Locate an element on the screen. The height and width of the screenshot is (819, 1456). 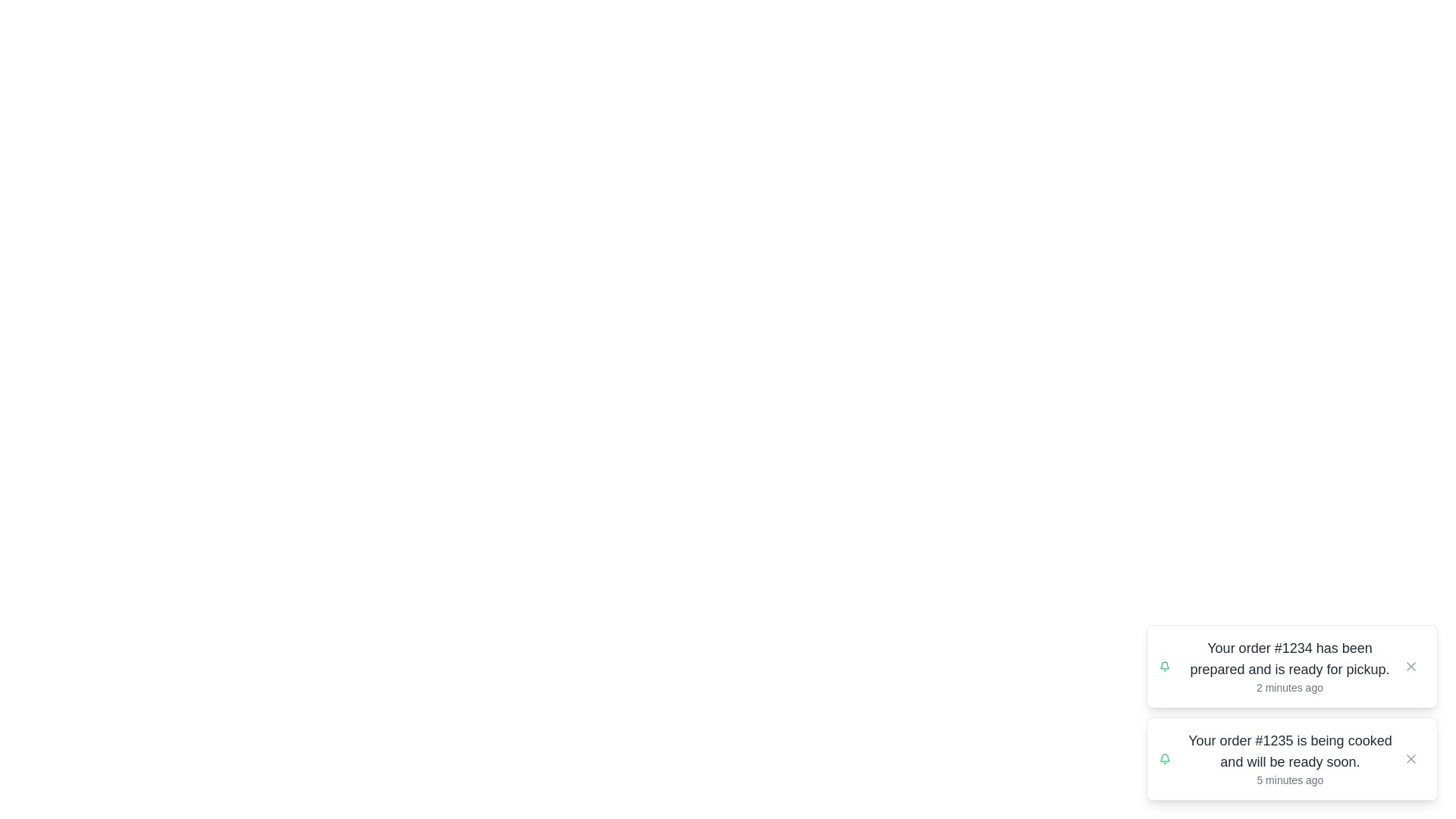
the text element displaying the message 'Your order #1234 has been prepared and is ready for pickup.' within the notification component is located at coordinates (1288, 666).